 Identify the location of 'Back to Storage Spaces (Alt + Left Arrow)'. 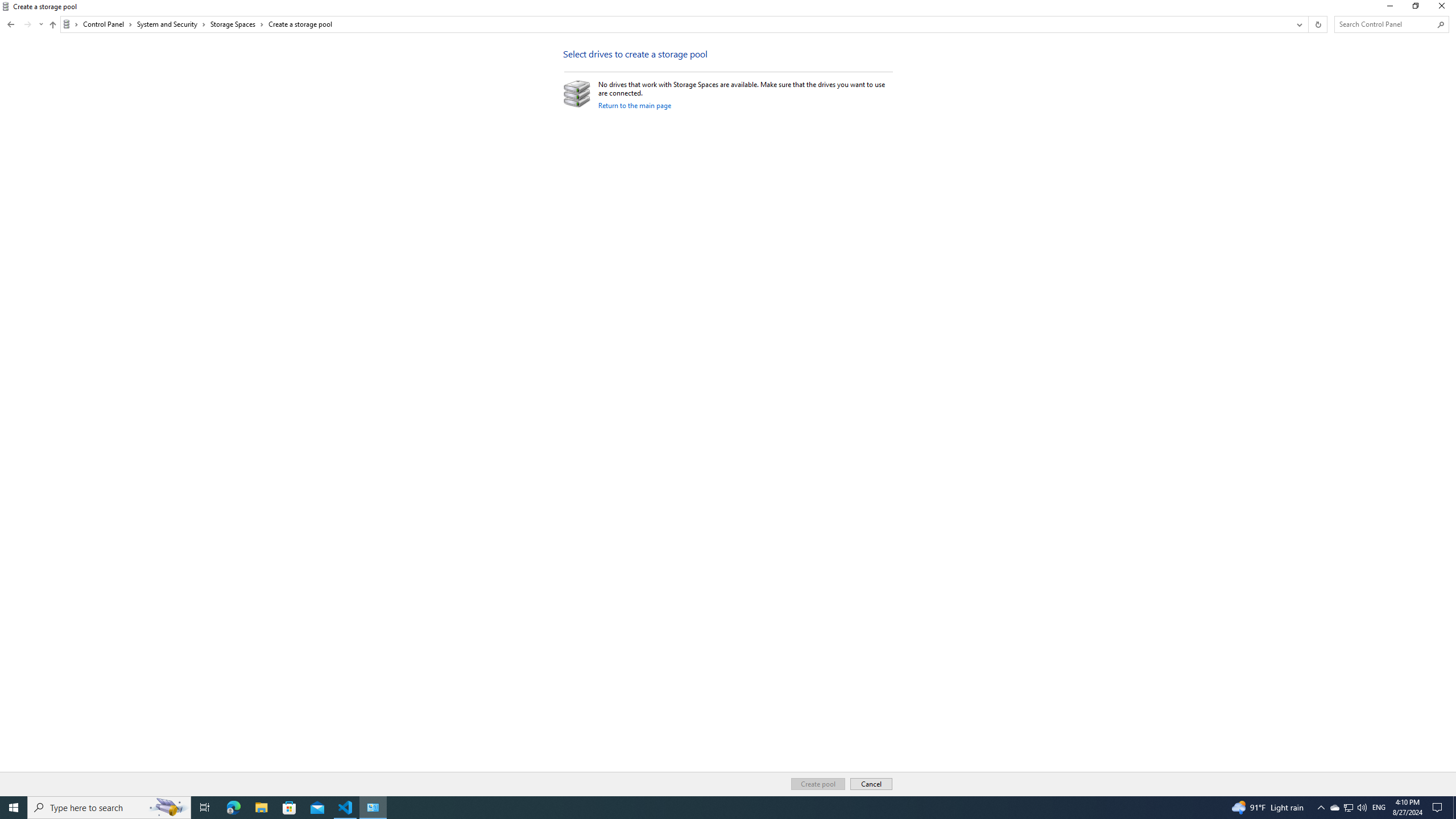
(11, 24).